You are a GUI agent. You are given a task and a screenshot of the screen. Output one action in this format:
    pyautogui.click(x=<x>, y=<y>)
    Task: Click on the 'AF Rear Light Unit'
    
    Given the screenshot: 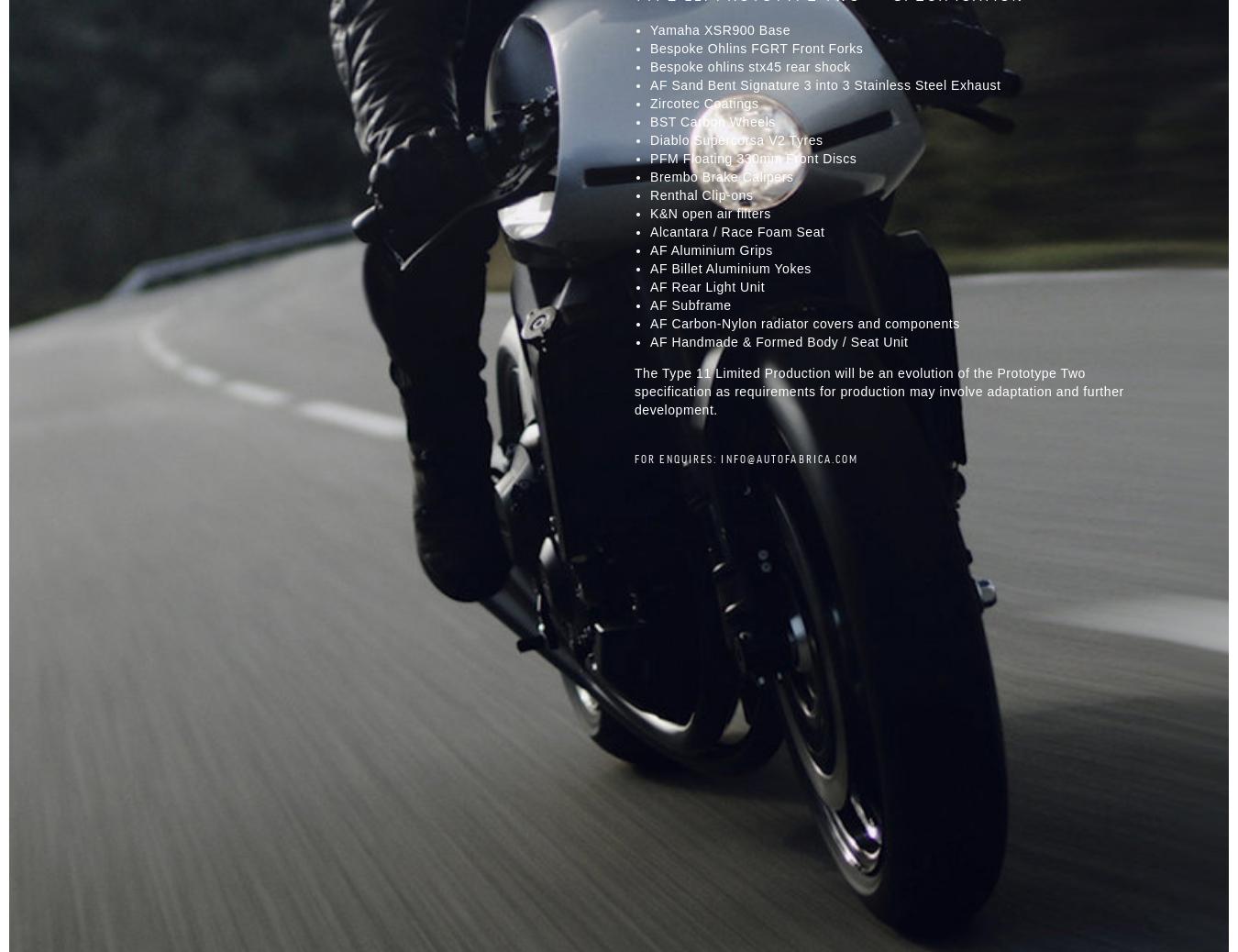 What is the action you would take?
    pyautogui.click(x=706, y=286)
    